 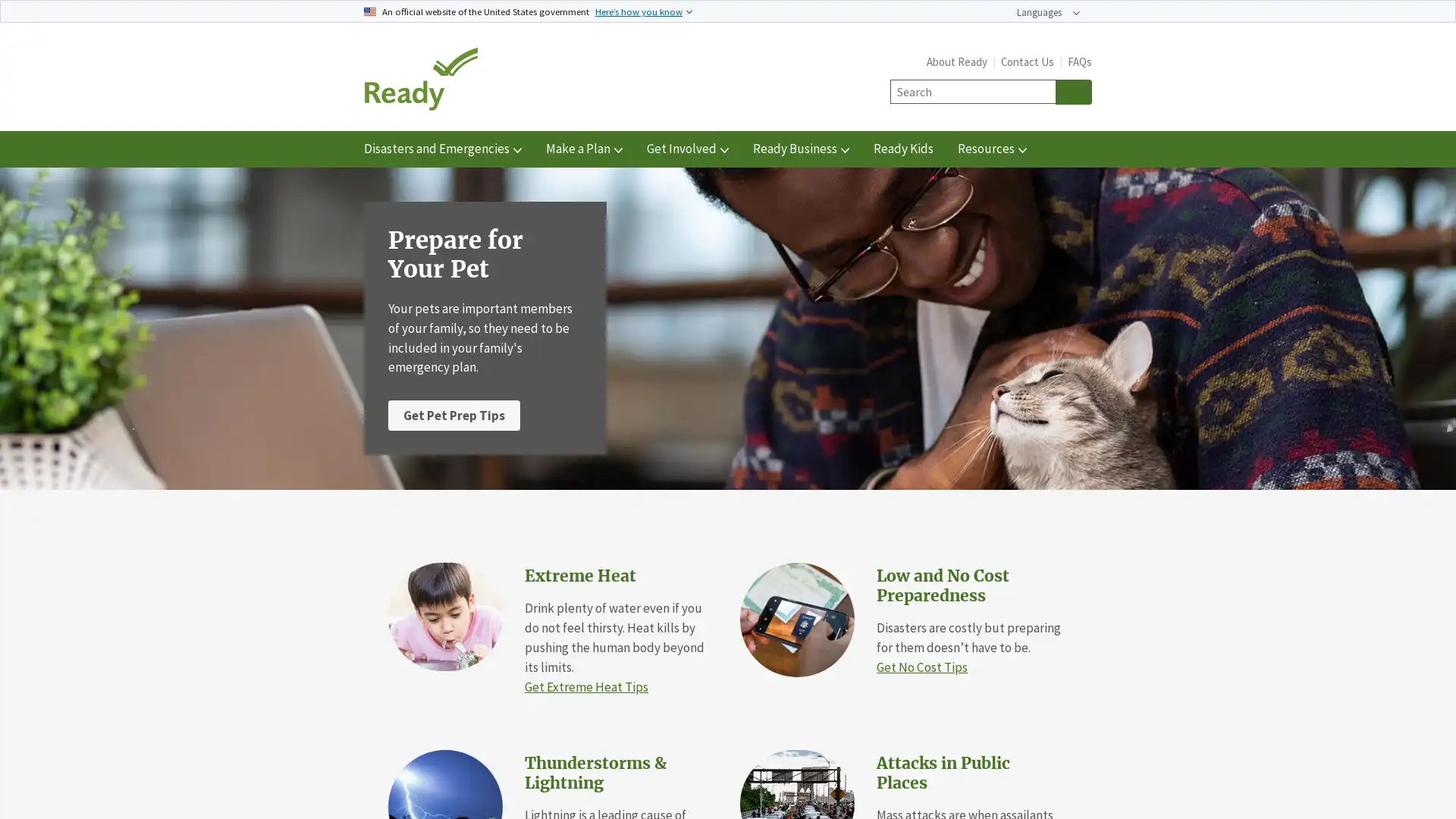 What do you see at coordinates (583, 149) in the screenshot?
I see `Make a Plan` at bounding box center [583, 149].